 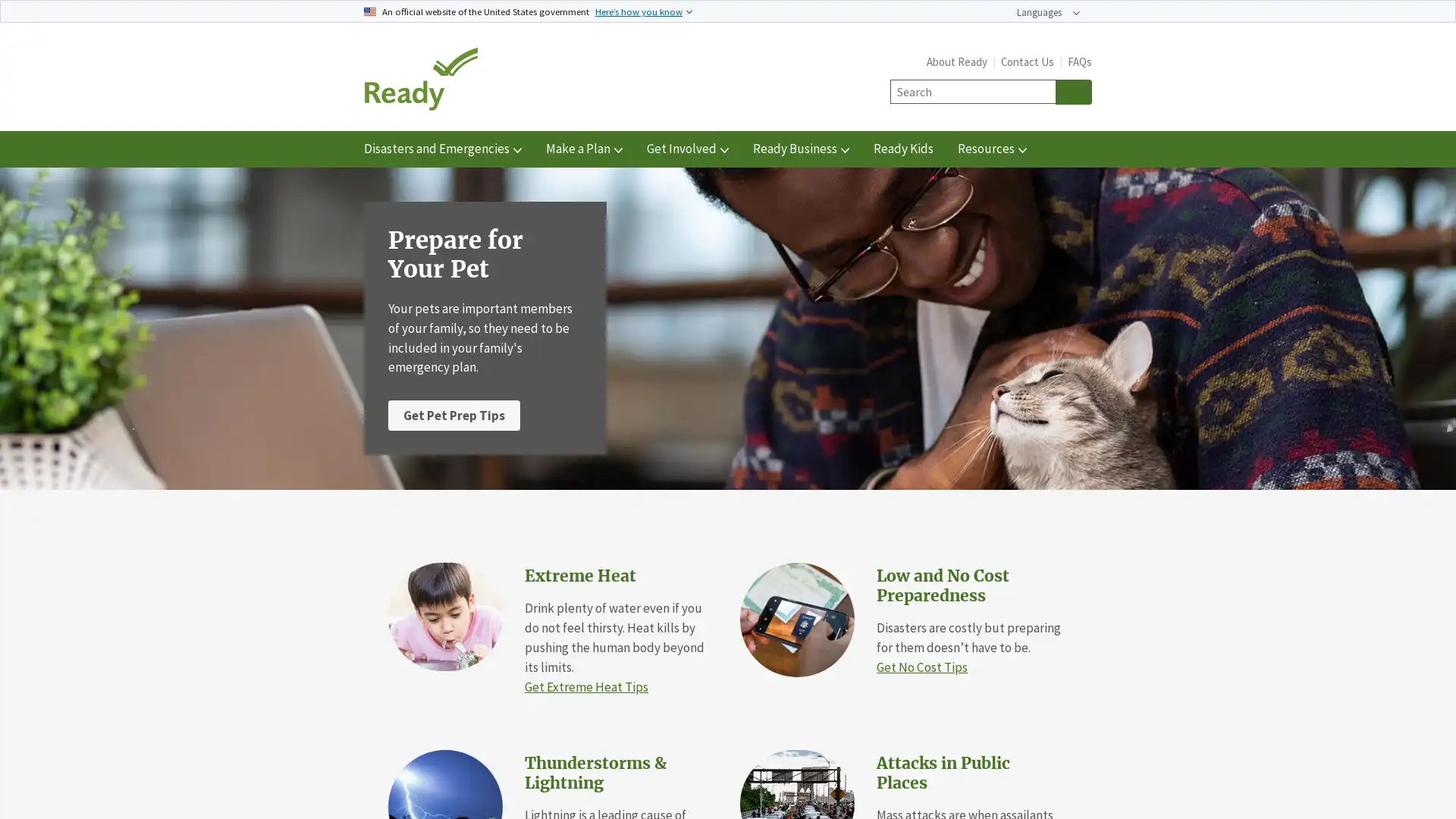 What do you see at coordinates (583, 149) in the screenshot?
I see `Make a Plan` at bounding box center [583, 149].